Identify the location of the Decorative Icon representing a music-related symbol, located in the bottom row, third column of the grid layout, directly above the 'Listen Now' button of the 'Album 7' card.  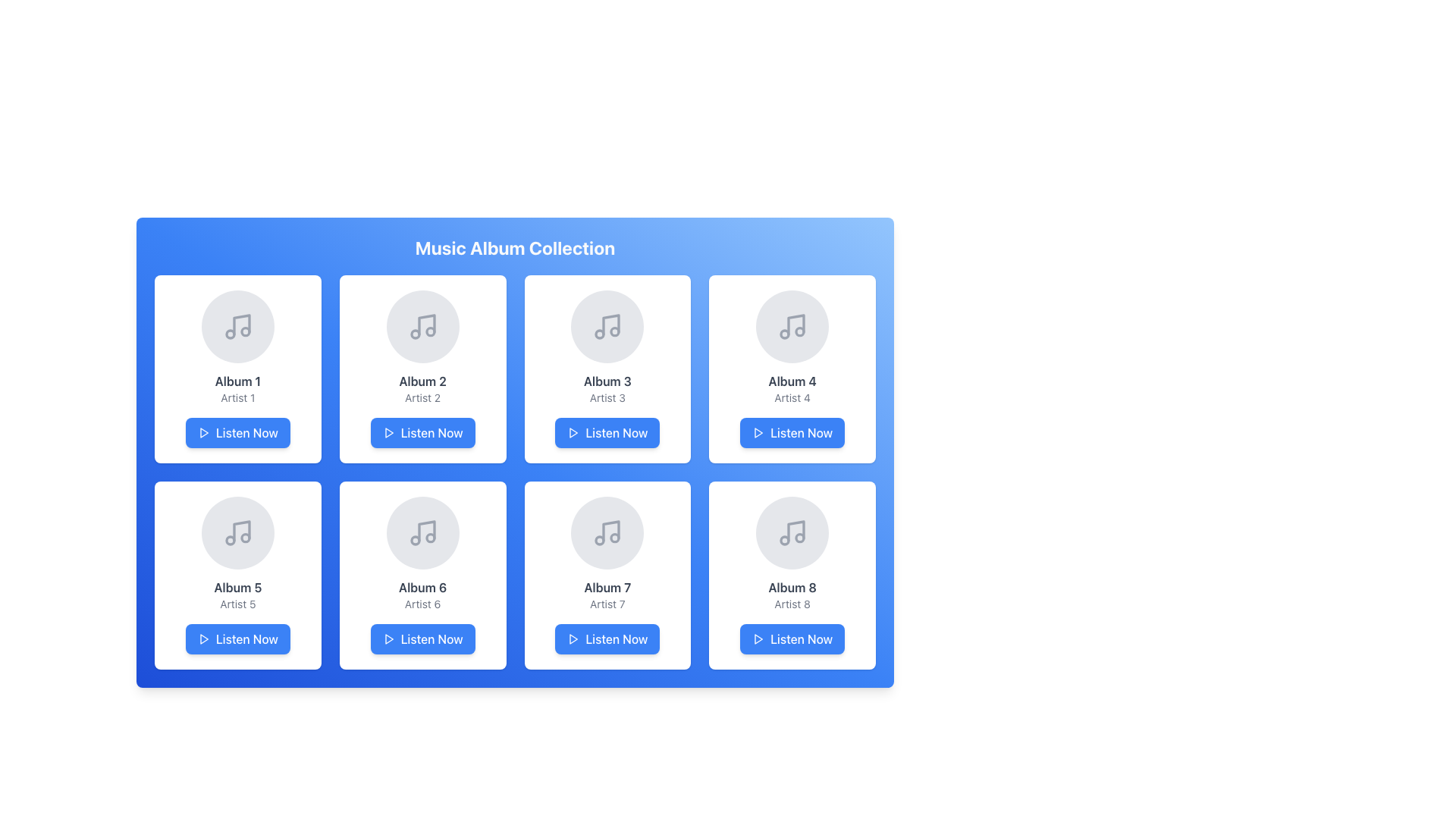
(611, 530).